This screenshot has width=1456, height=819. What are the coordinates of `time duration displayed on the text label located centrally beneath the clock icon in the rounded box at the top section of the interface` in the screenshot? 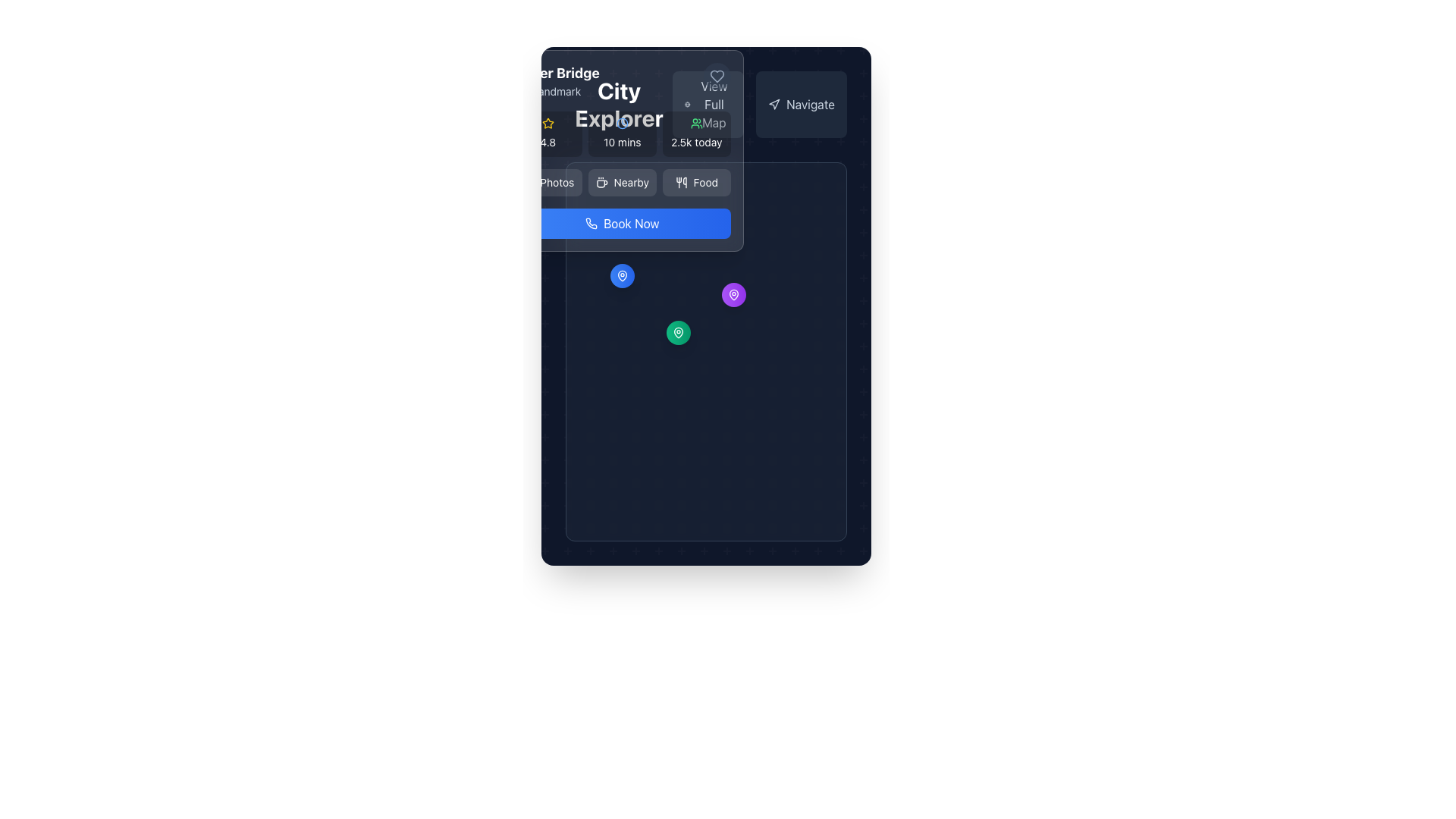 It's located at (622, 142).